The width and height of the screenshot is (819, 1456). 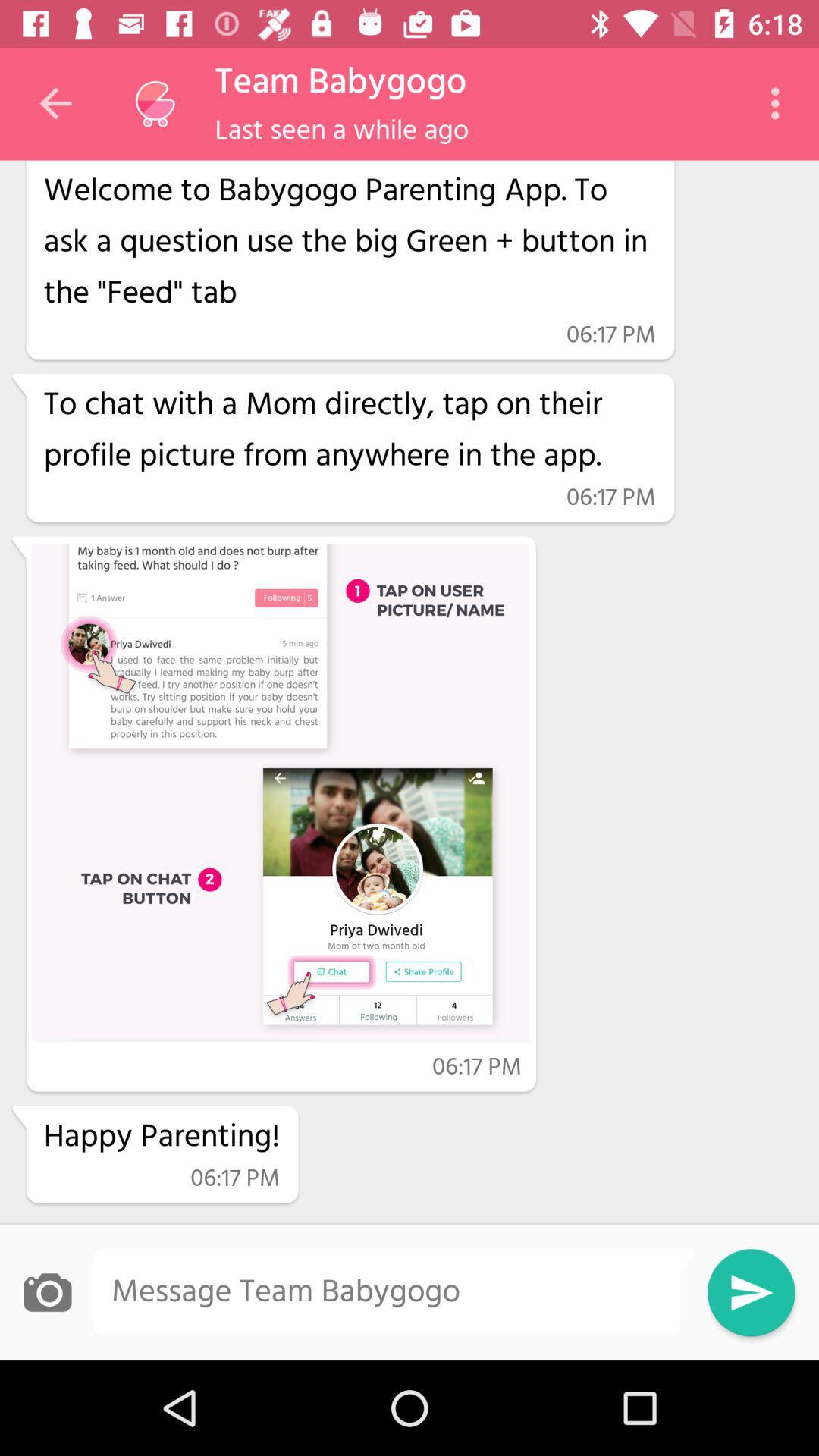 I want to click on an image, so click(x=46, y=1291).